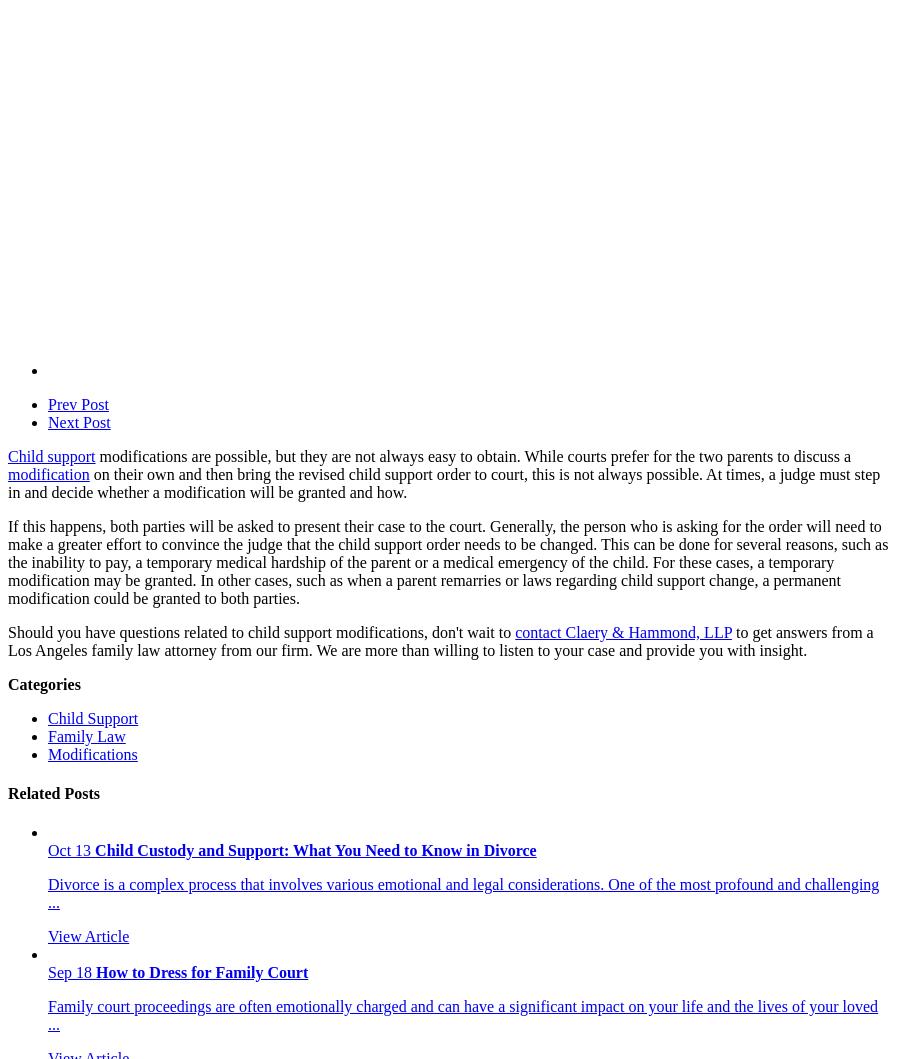 This screenshot has height=1059, width=900. I want to click on 'Oct 13', so click(46, 850).